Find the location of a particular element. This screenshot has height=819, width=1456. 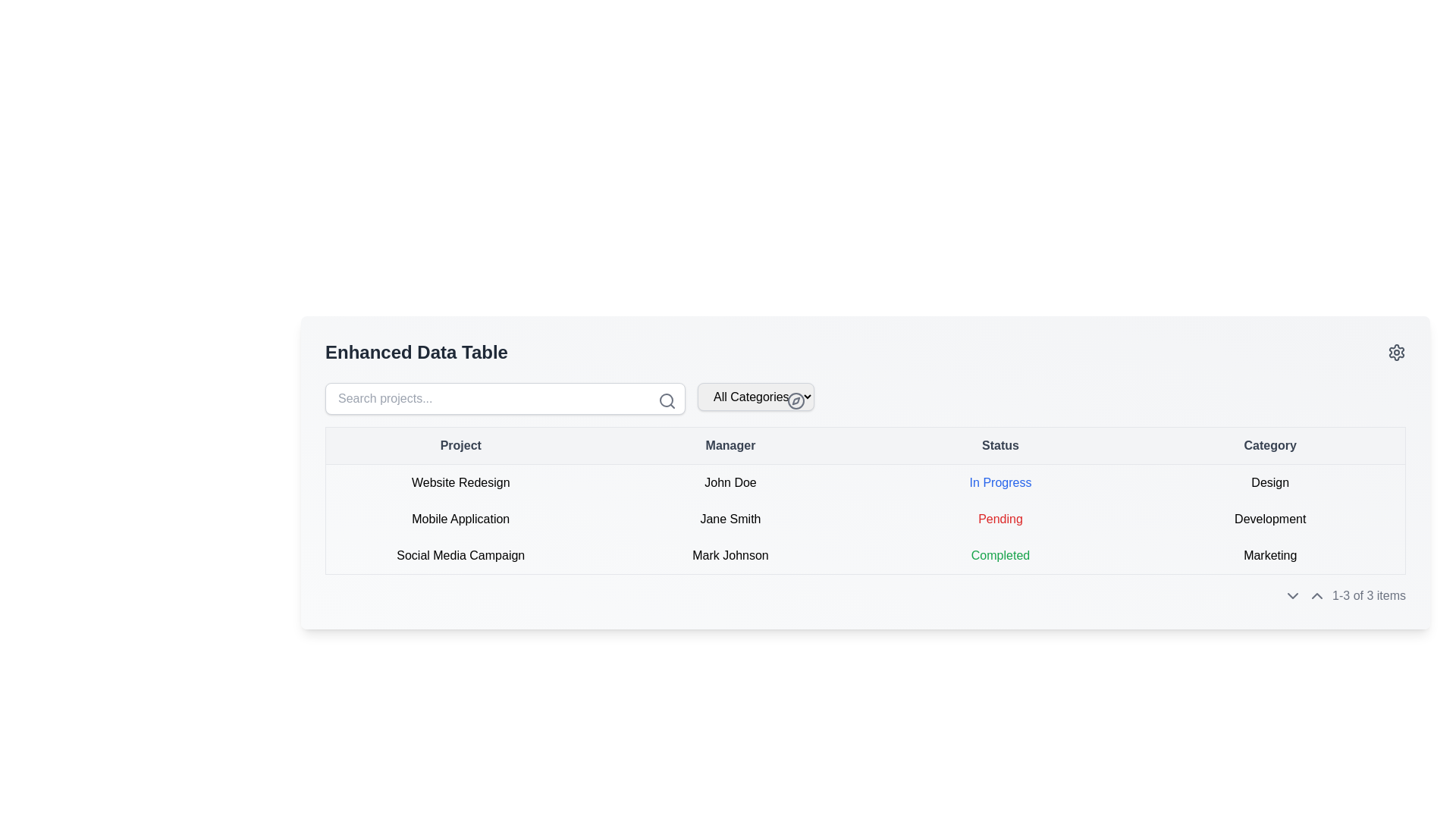

the status indication of the Text Label located in the 'Status' column of the first row, which visually indicates the current project status is located at coordinates (1000, 482).